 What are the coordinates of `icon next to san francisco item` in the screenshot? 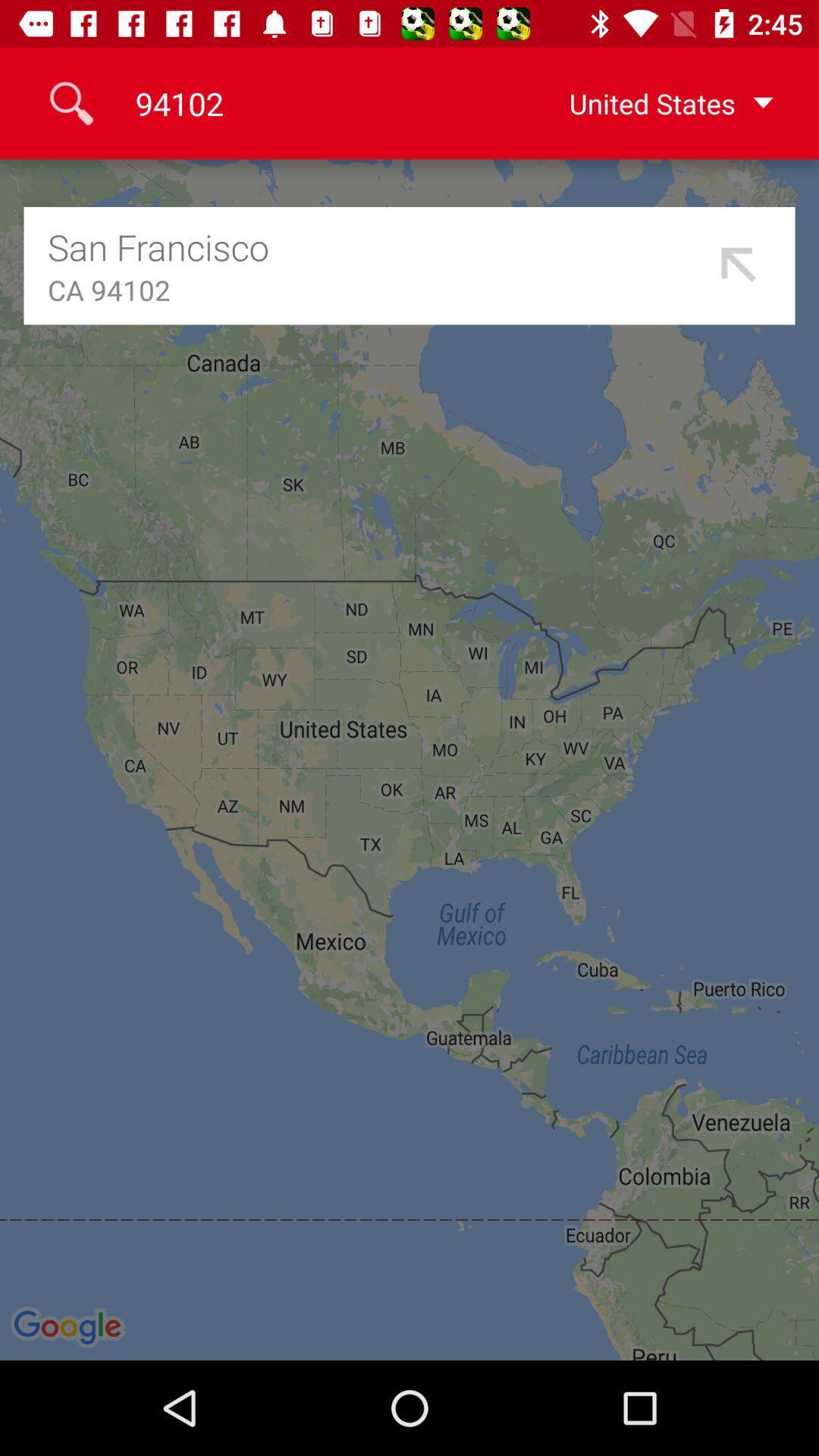 It's located at (739, 265).